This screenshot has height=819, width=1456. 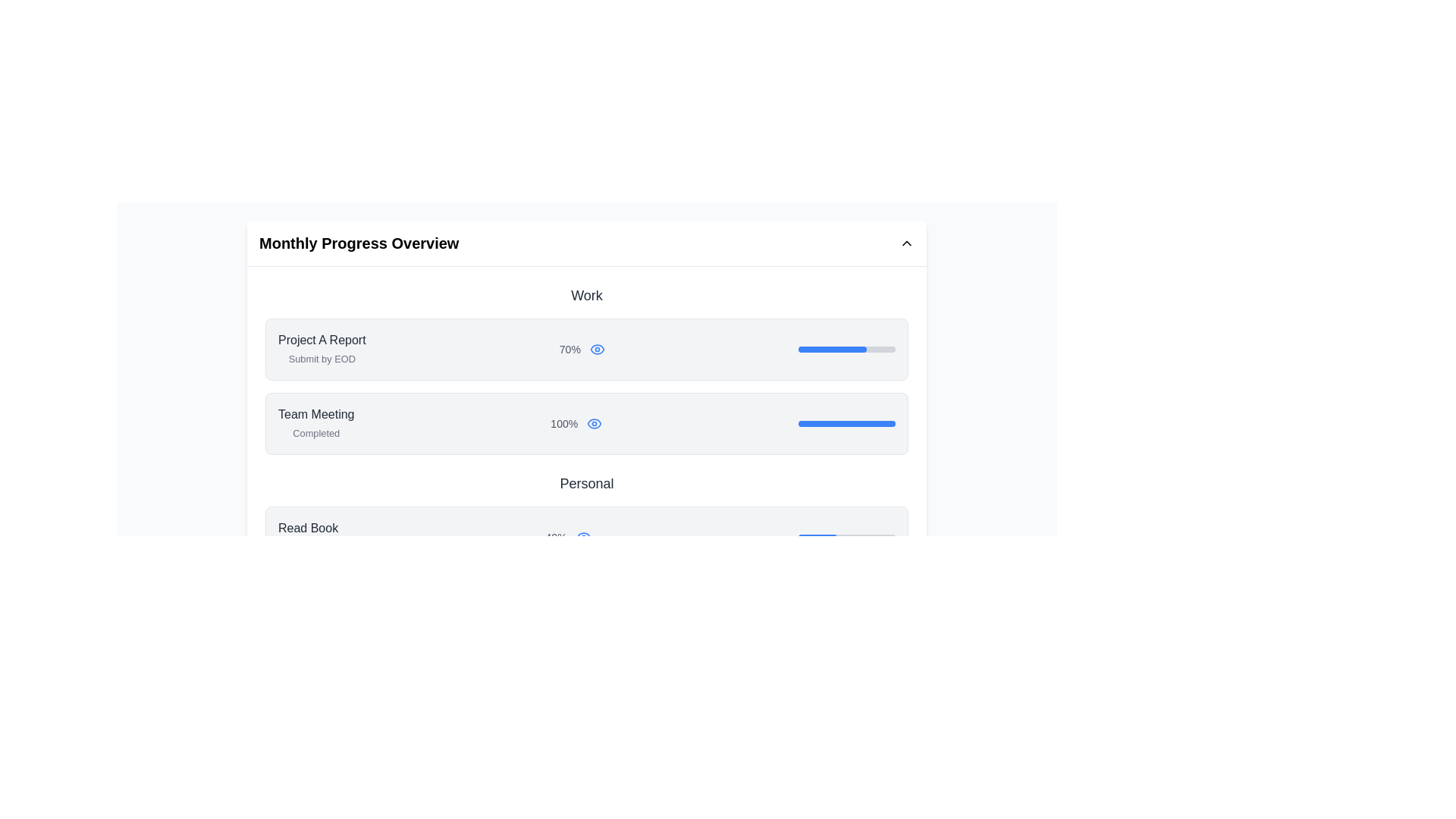 What do you see at coordinates (582, 537) in the screenshot?
I see `the small blue eye-shaped icon located next to the numeric text '40%' in the 'Personal' list group, which aligns horizontally with the progress bar` at bounding box center [582, 537].